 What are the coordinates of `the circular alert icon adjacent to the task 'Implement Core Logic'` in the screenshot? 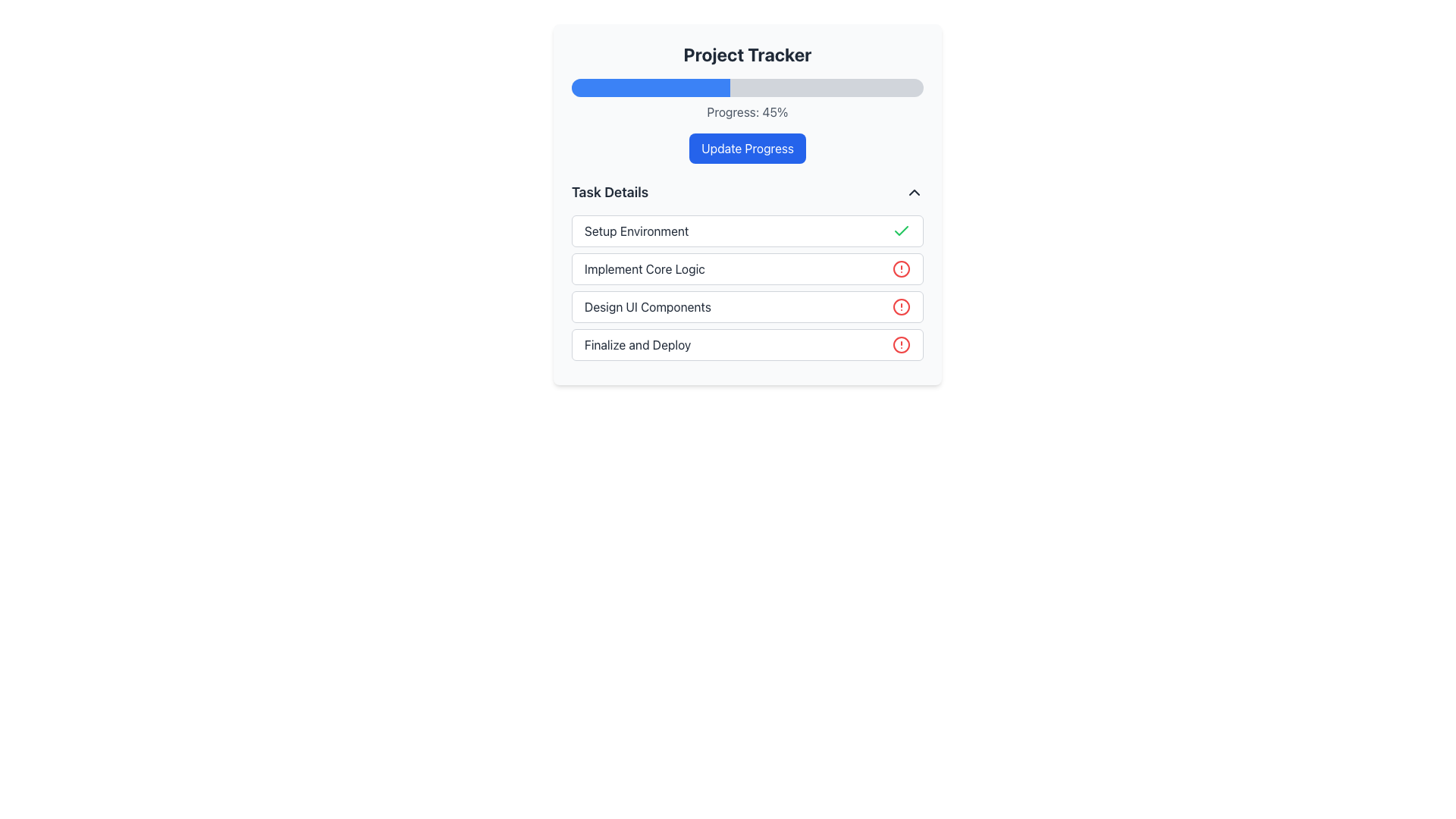 It's located at (902, 268).